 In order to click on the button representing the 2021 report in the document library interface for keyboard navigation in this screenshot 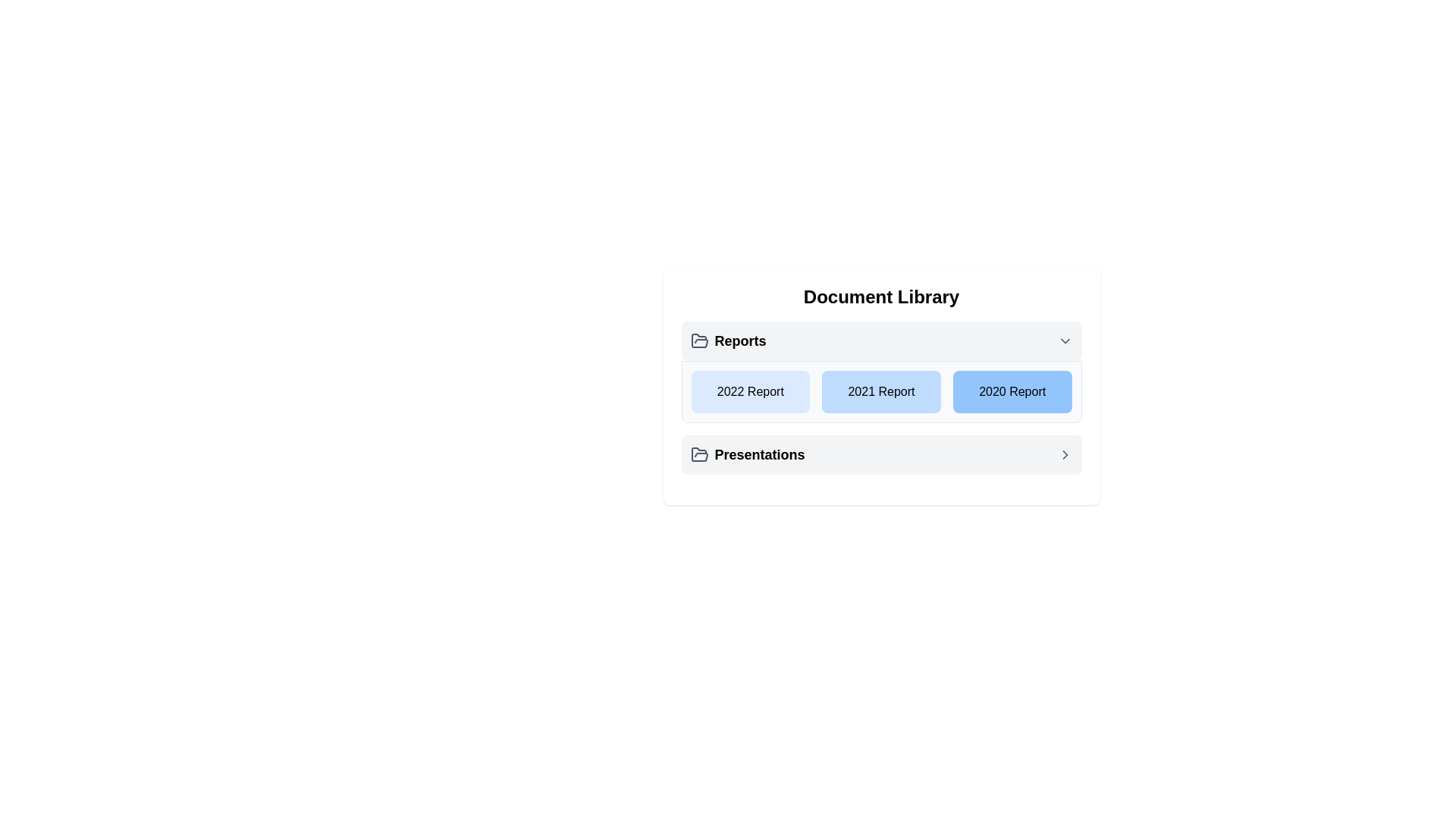, I will do `click(881, 391)`.